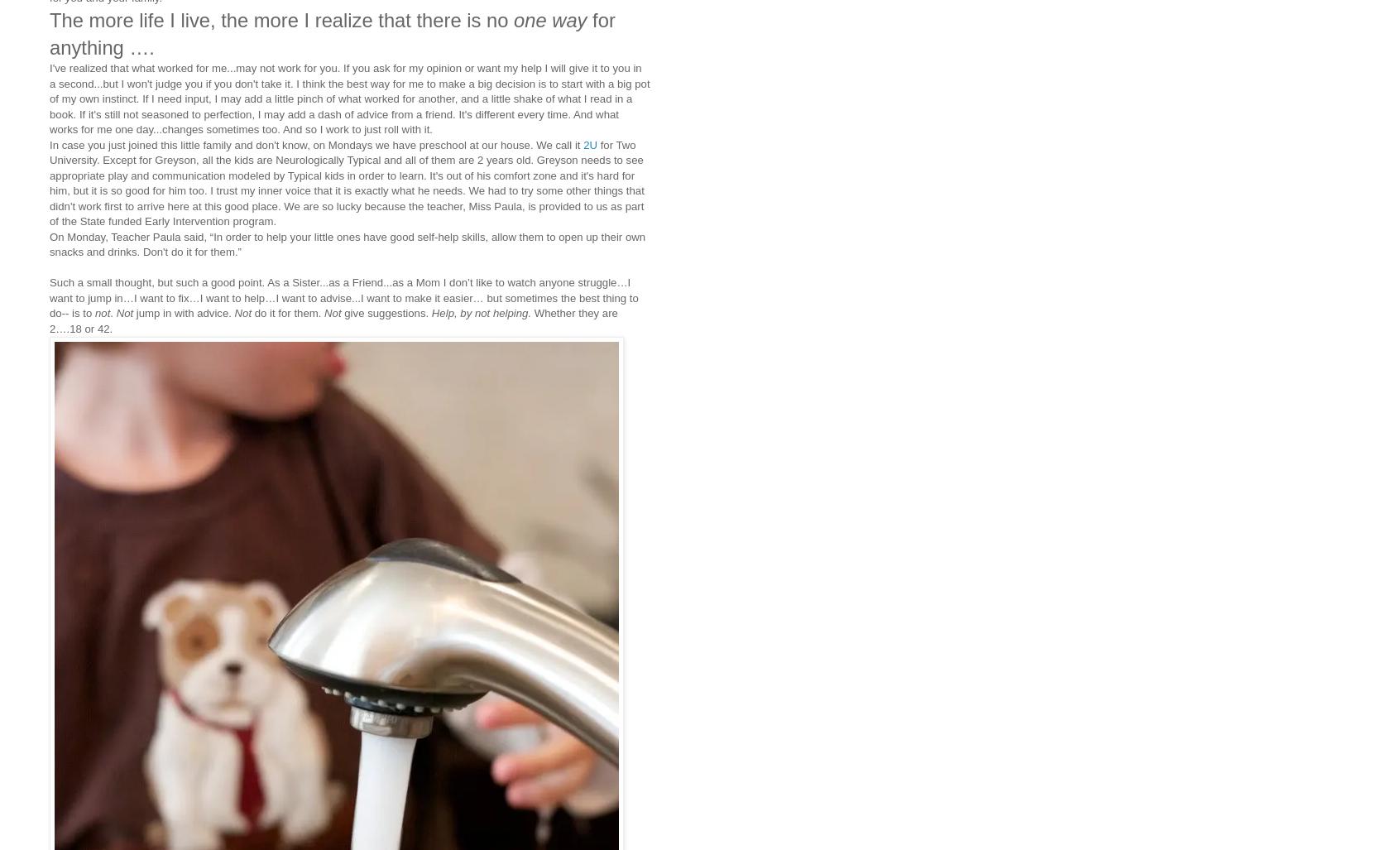  Describe the element at coordinates (482, 313) in the screenshot. I see `'Help, by not helping.'` at that location.